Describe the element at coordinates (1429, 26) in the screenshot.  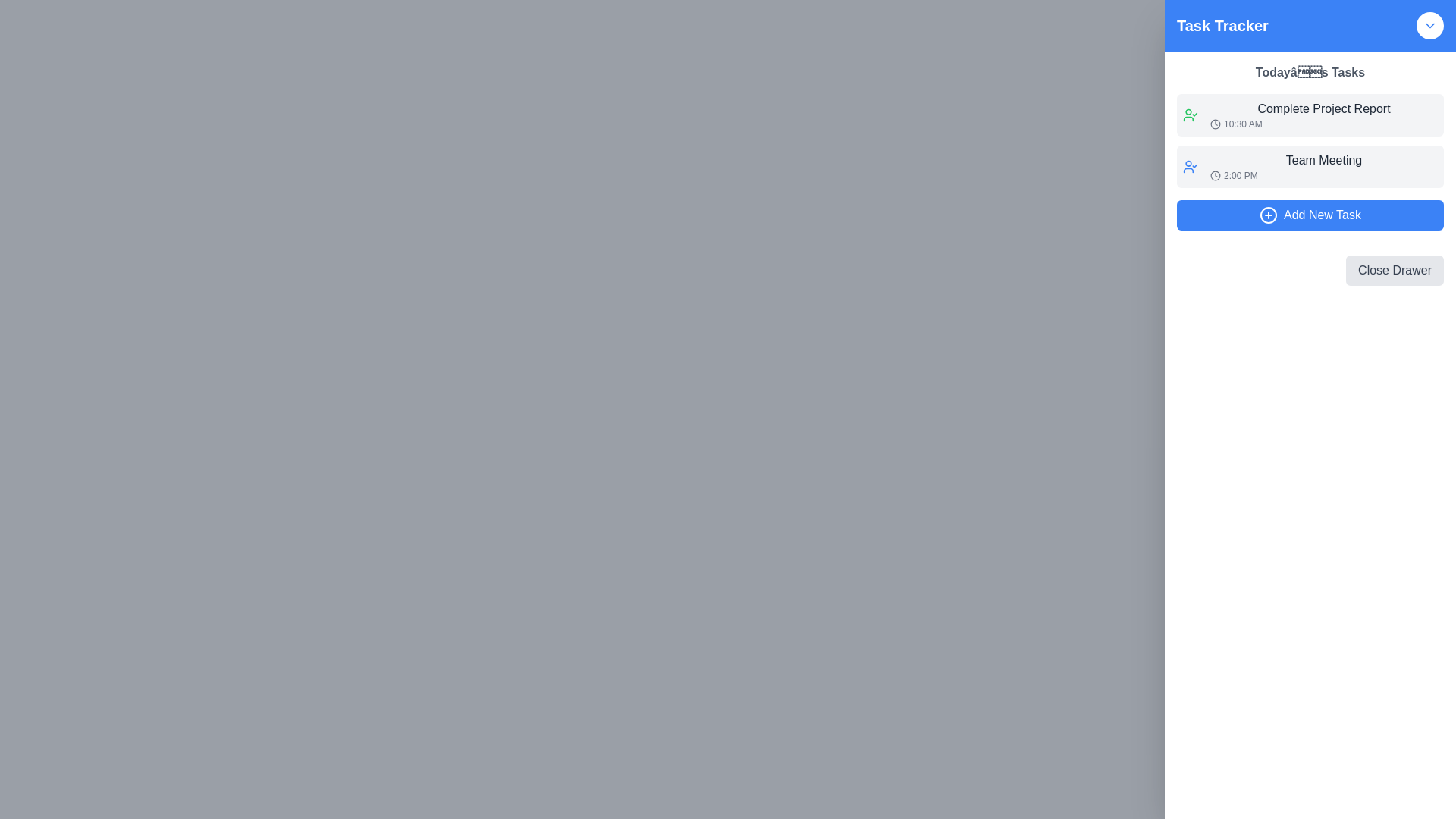
I see `the chevron-down icon within the circular button in the top-right section of the interface, next to the 'Task Tracker' title` at that location.